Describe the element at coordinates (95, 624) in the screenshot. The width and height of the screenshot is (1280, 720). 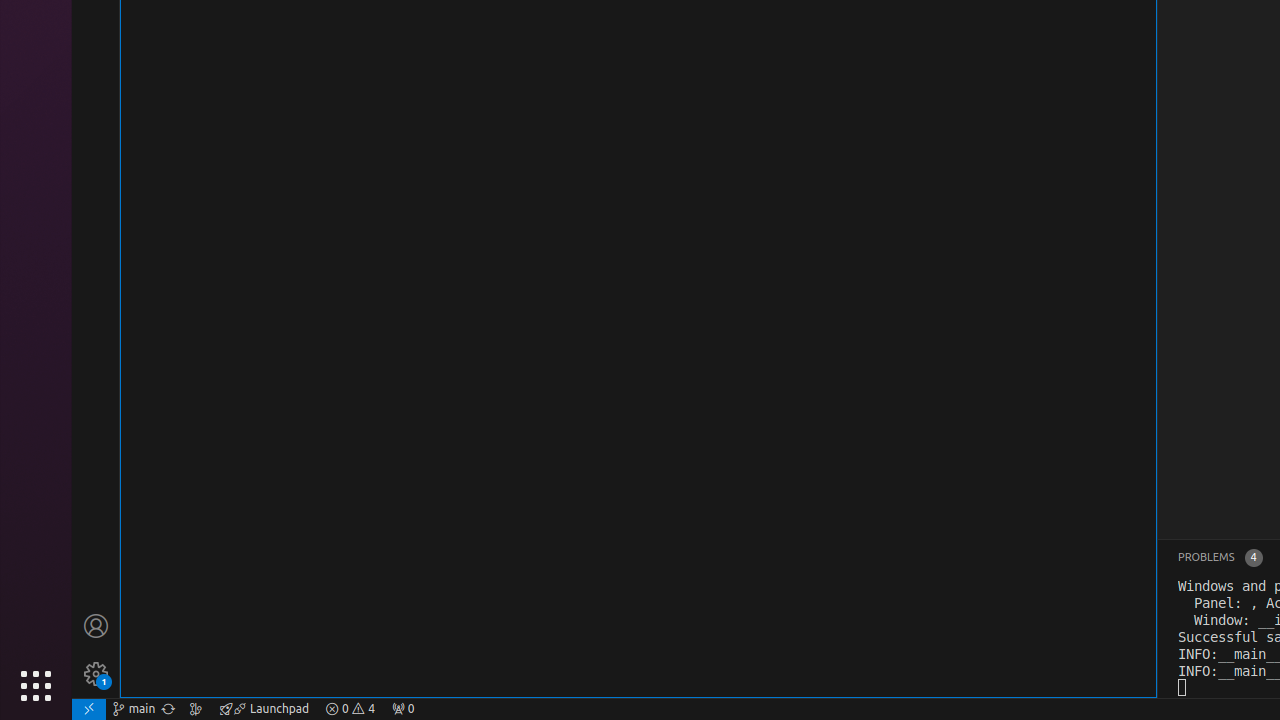
I see `'Accounts'` at that location.